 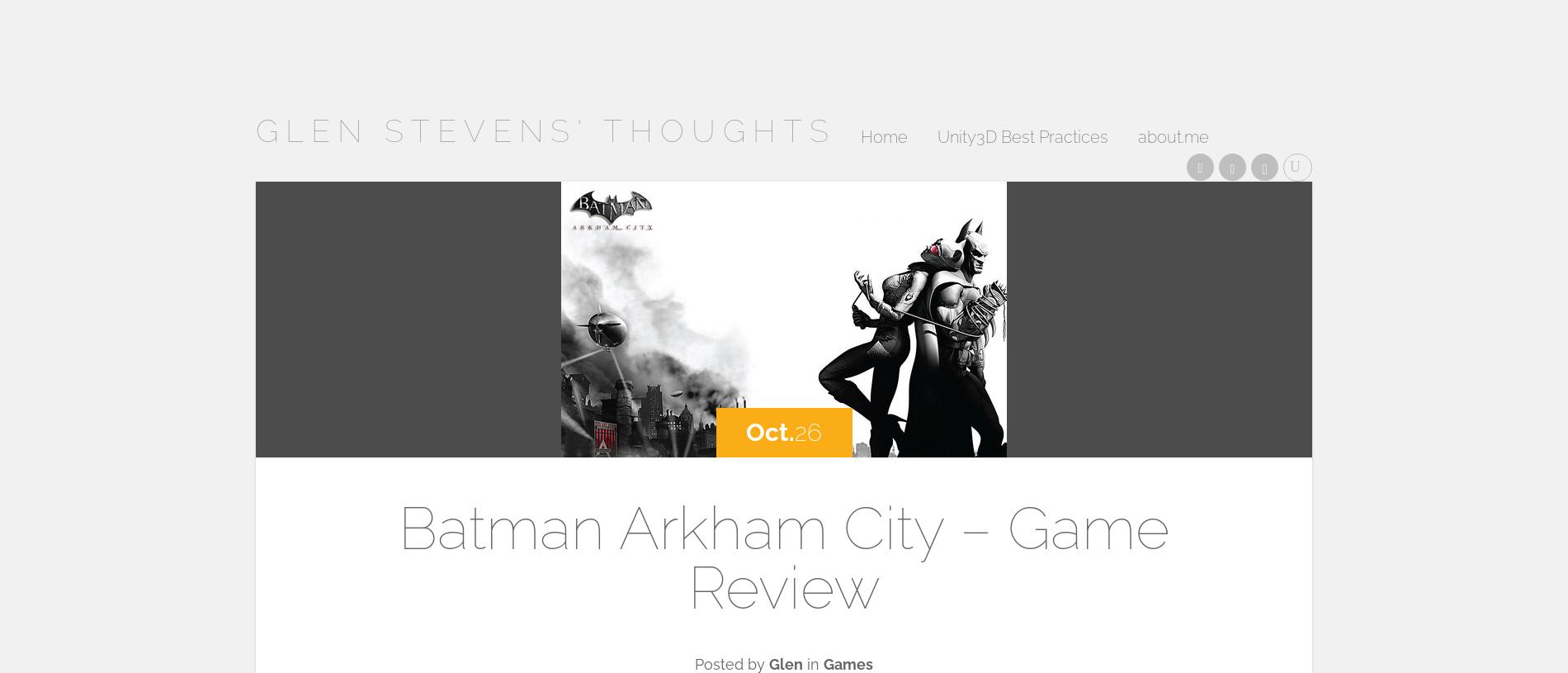 I want to click on 'Oct.', so click(x=745, y=432).